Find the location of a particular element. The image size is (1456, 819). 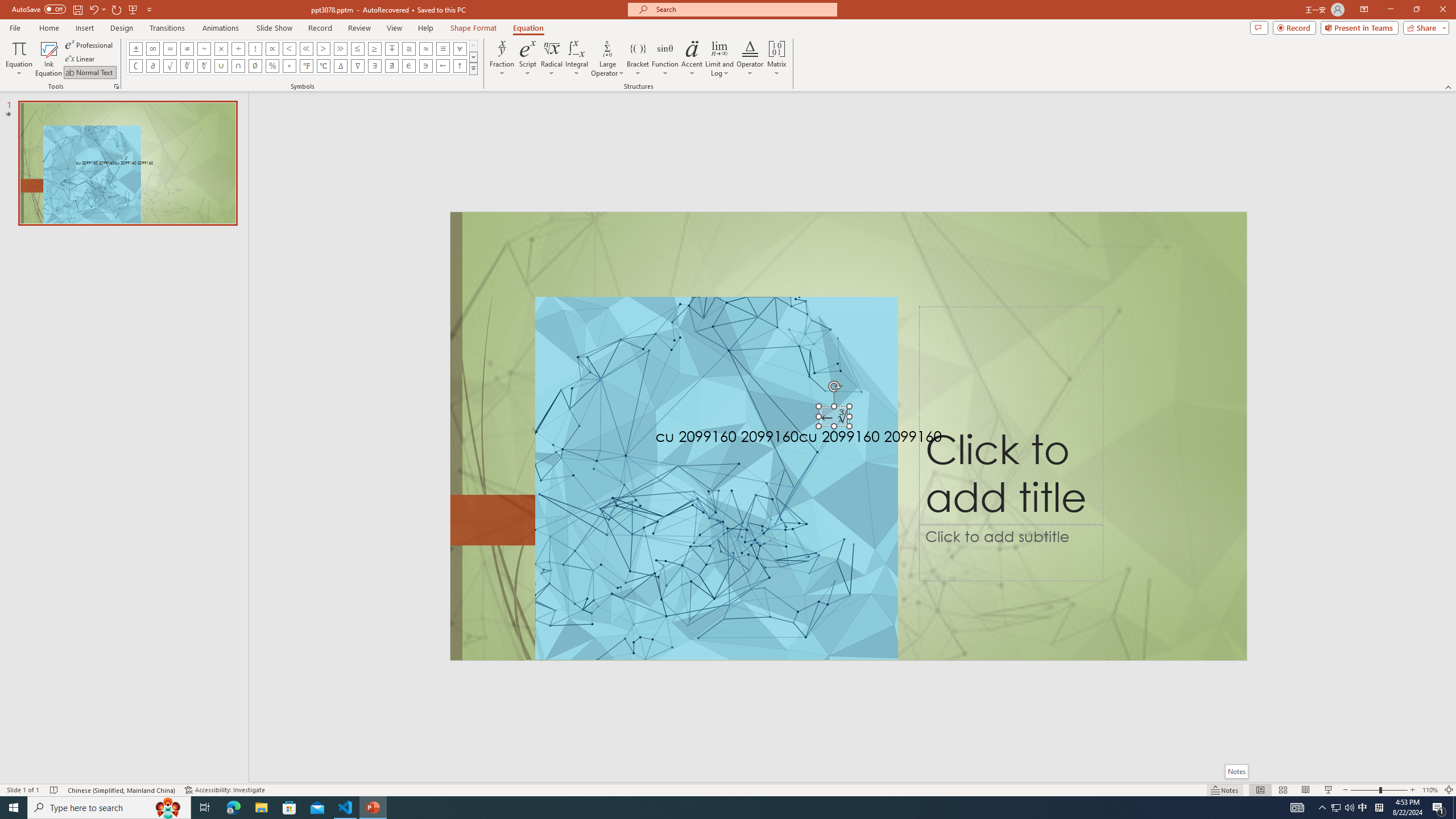

'Zoom 110%' is located at coordinates (1430, 790).